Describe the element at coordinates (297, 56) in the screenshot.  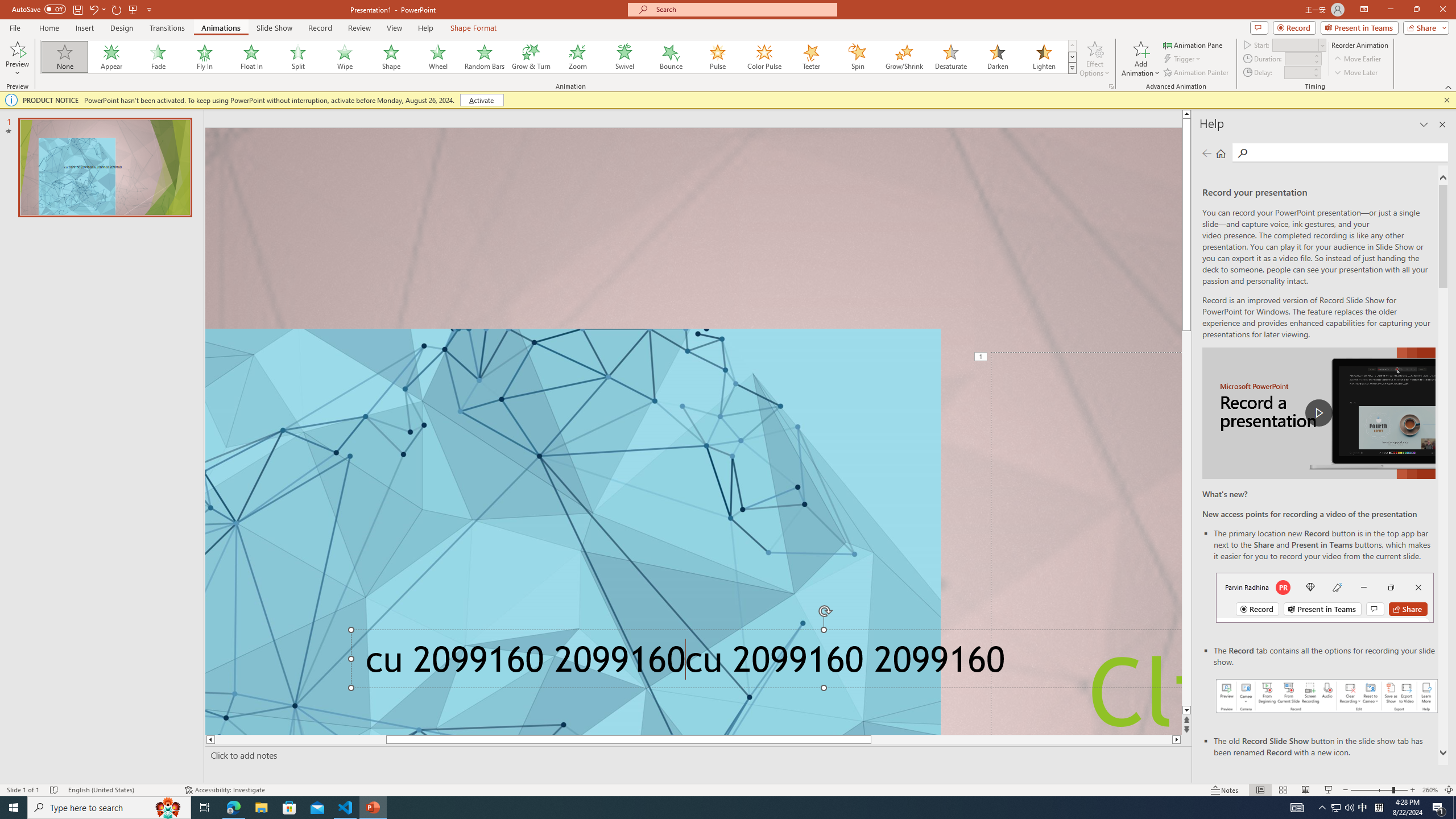
I see `'Split'` at that location.